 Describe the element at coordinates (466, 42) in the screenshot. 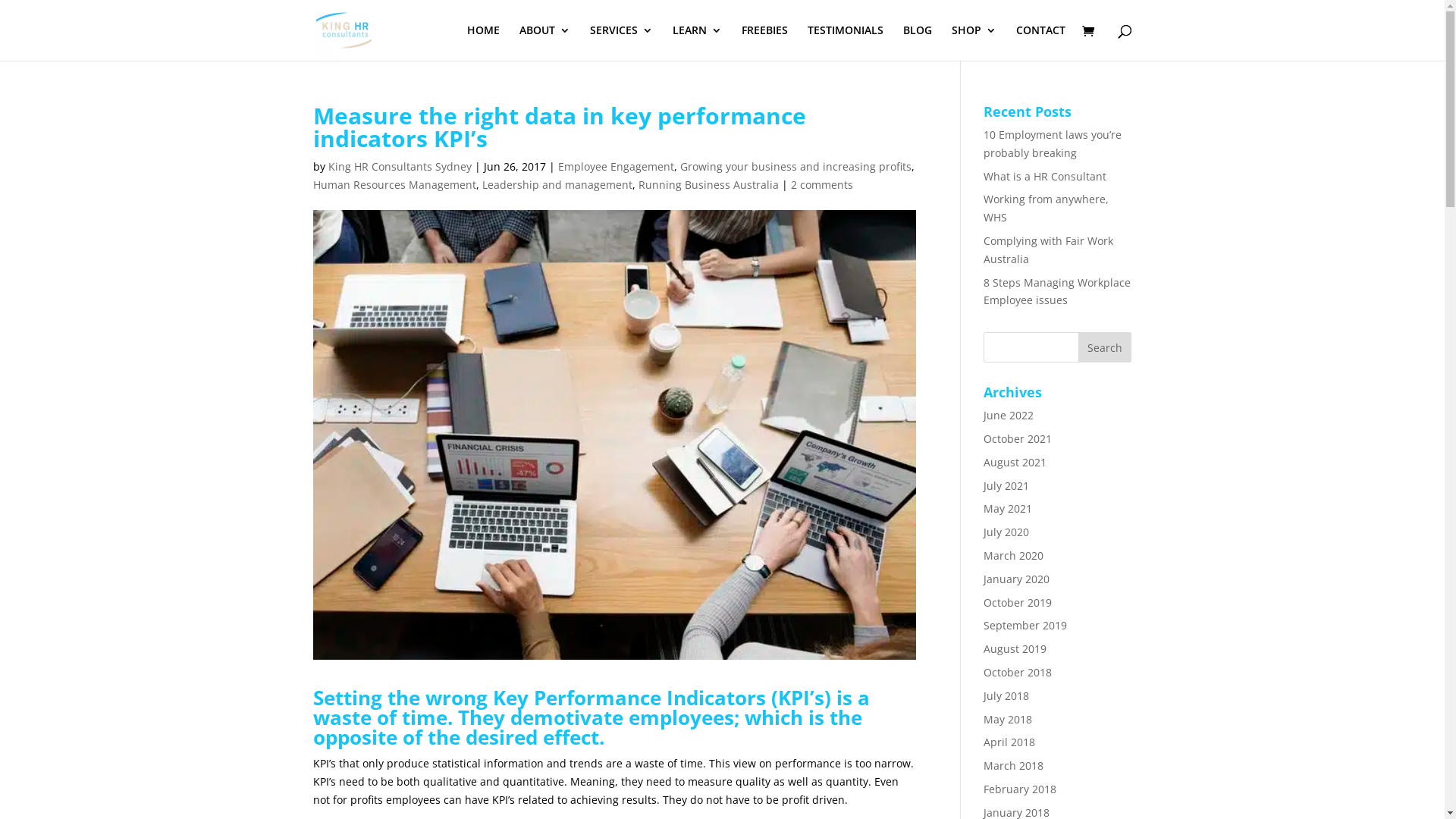

I see `'HOME'` at that location.